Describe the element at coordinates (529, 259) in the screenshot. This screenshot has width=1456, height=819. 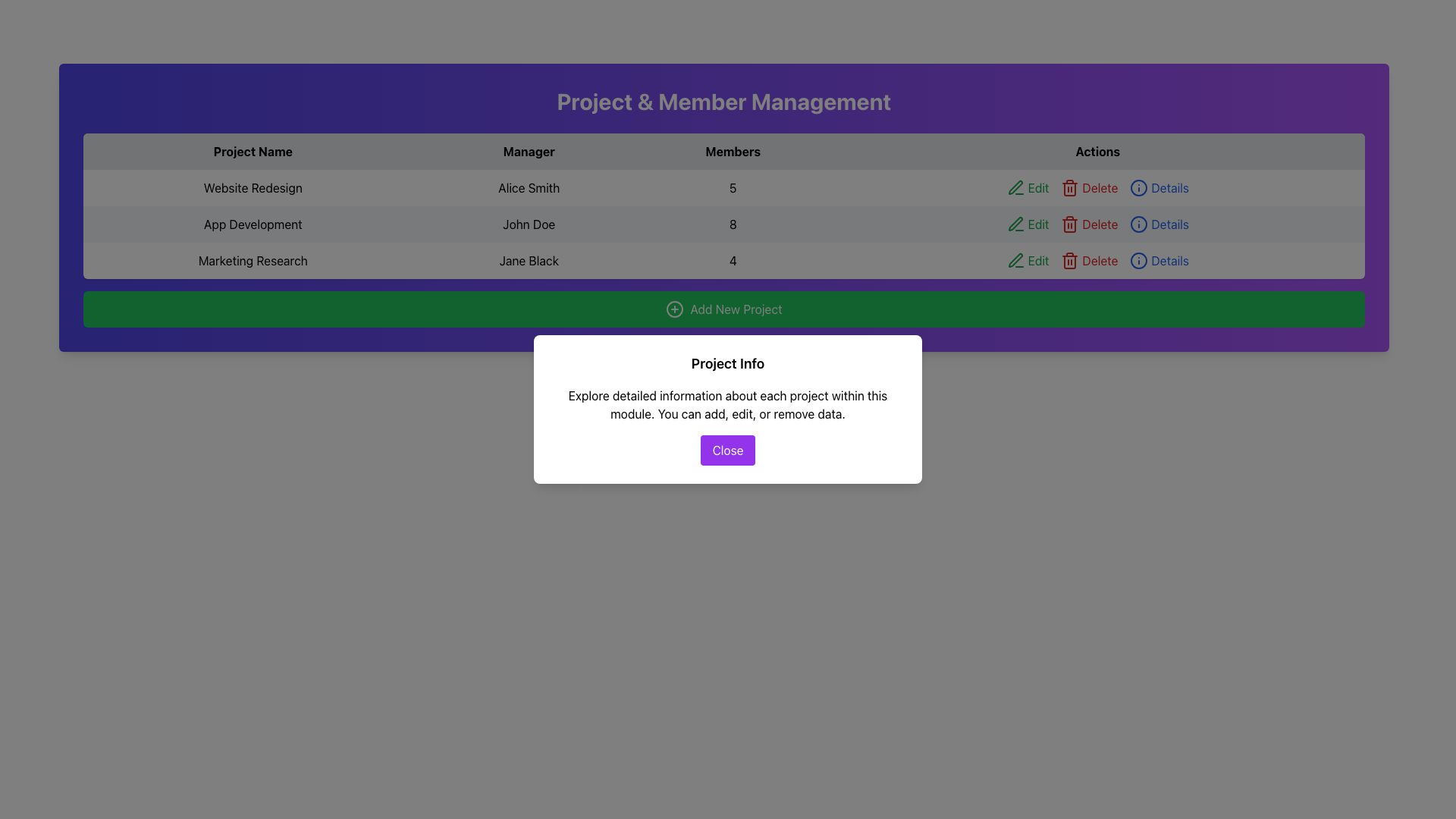
I see `the text label providing information about the manager associated with the project 'Marketing Research', located in the second column of the third row of the table under the header 'Manager'` at that location.